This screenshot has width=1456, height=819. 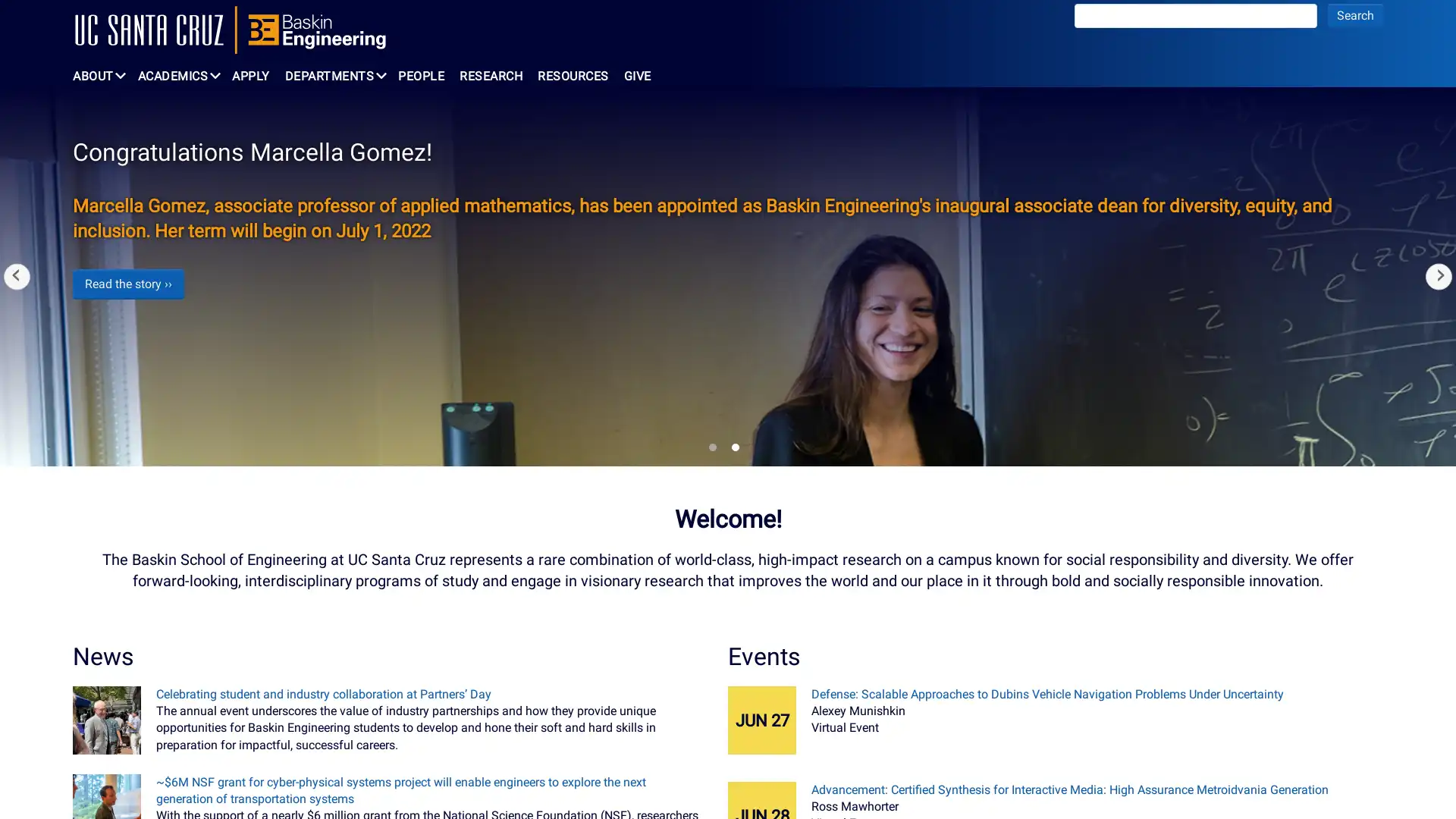 I want to click on 1, so click(x=712, y=446).